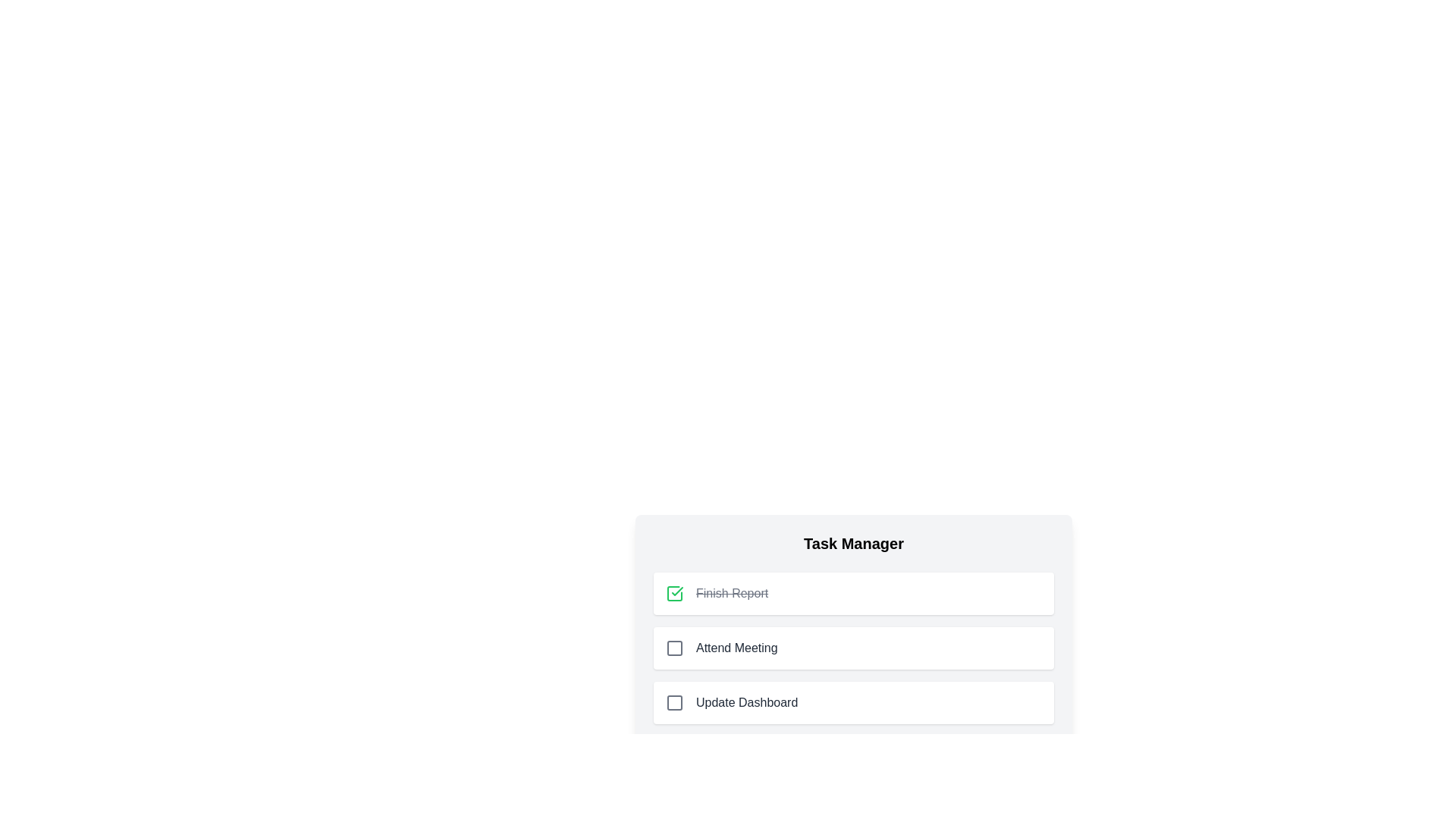  Describe the element at coordinates (736, 648) in the screenshot. I see `the text label displaying 'Attend Meeting' in the task manager to identify the associated task` at that location.